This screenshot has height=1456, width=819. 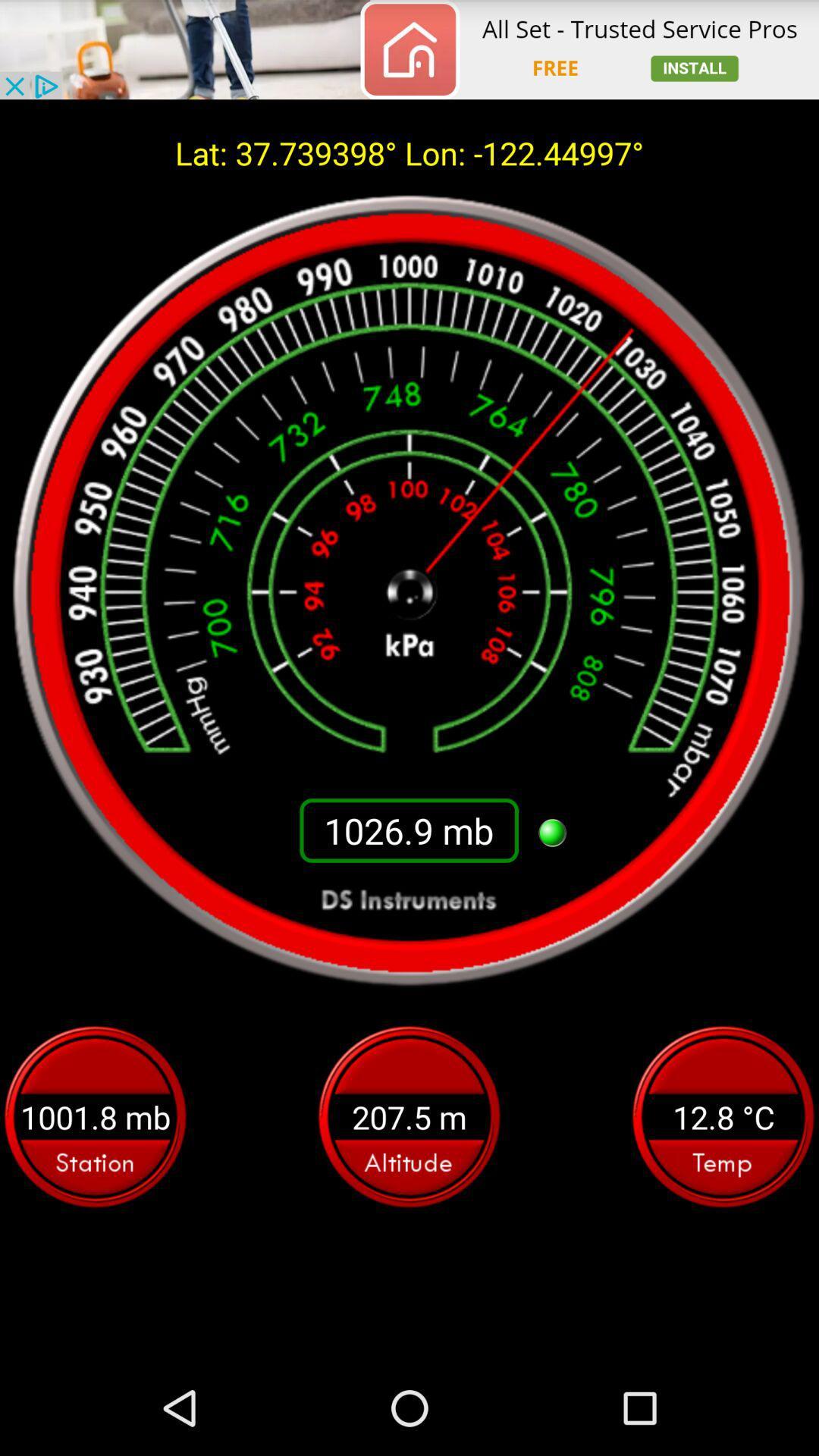 What do you see at coordinates (409, 49) in the screenshot?
I see `app advertisement option` at bounding box center [409, 49].